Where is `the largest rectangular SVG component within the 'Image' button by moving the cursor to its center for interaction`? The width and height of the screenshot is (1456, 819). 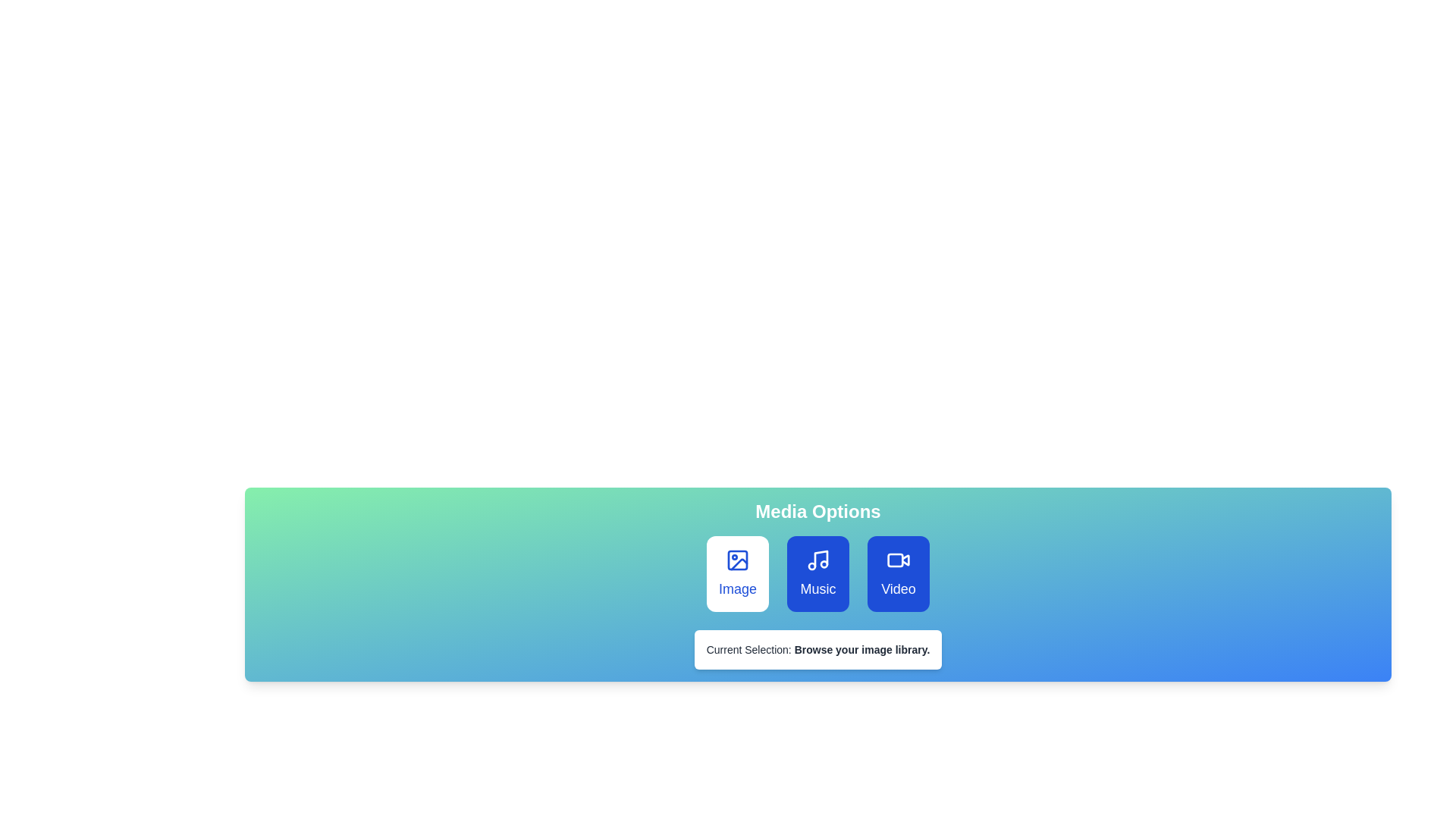 the largest rectangular SVG component within the 'Image' button by moving the cursor to its center for interaction is located at coordinates (738, 560).